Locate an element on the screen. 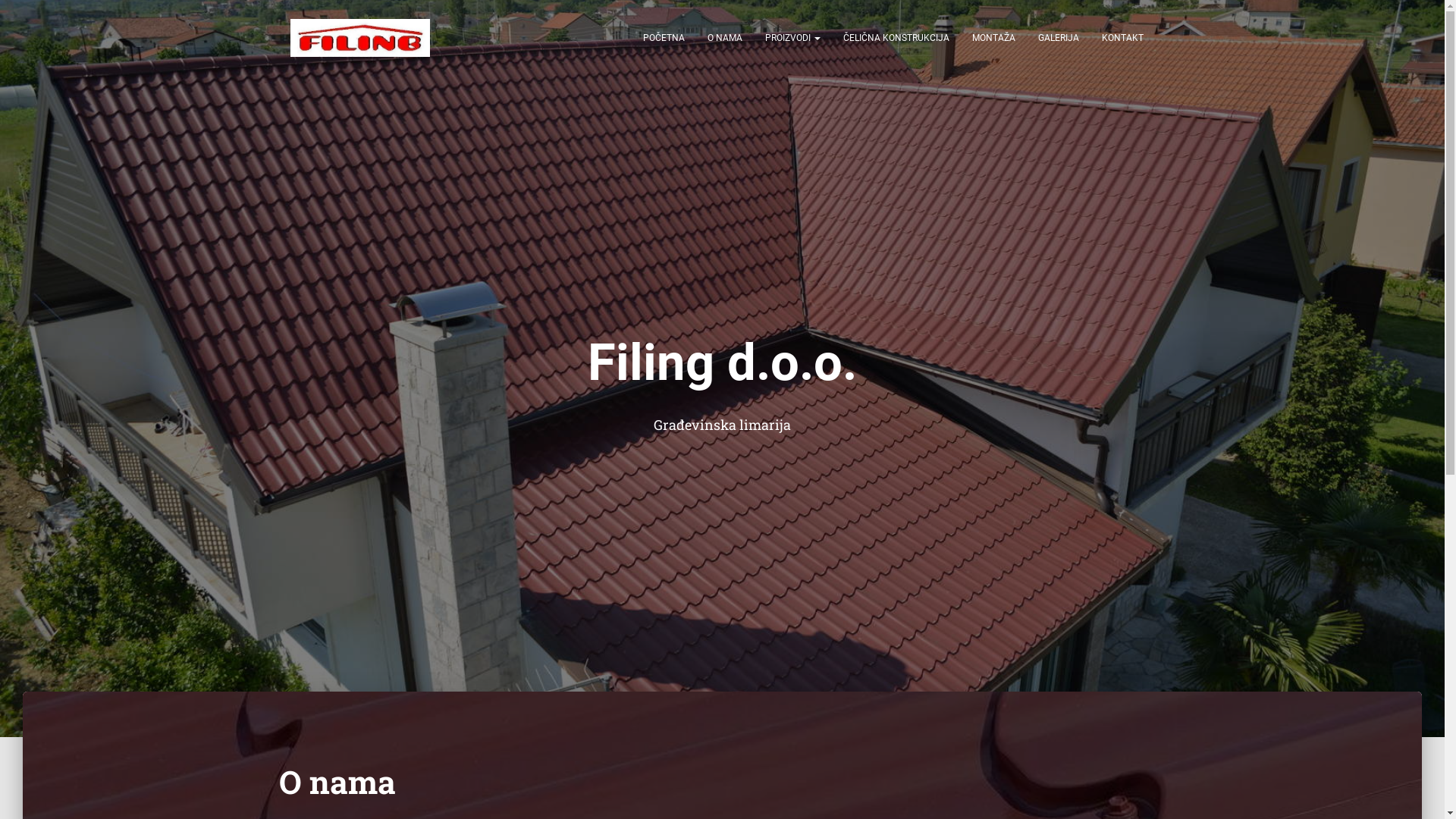 This screenshot has height=819, width=1456. 'Filing' is located at coordinates (359, 37).